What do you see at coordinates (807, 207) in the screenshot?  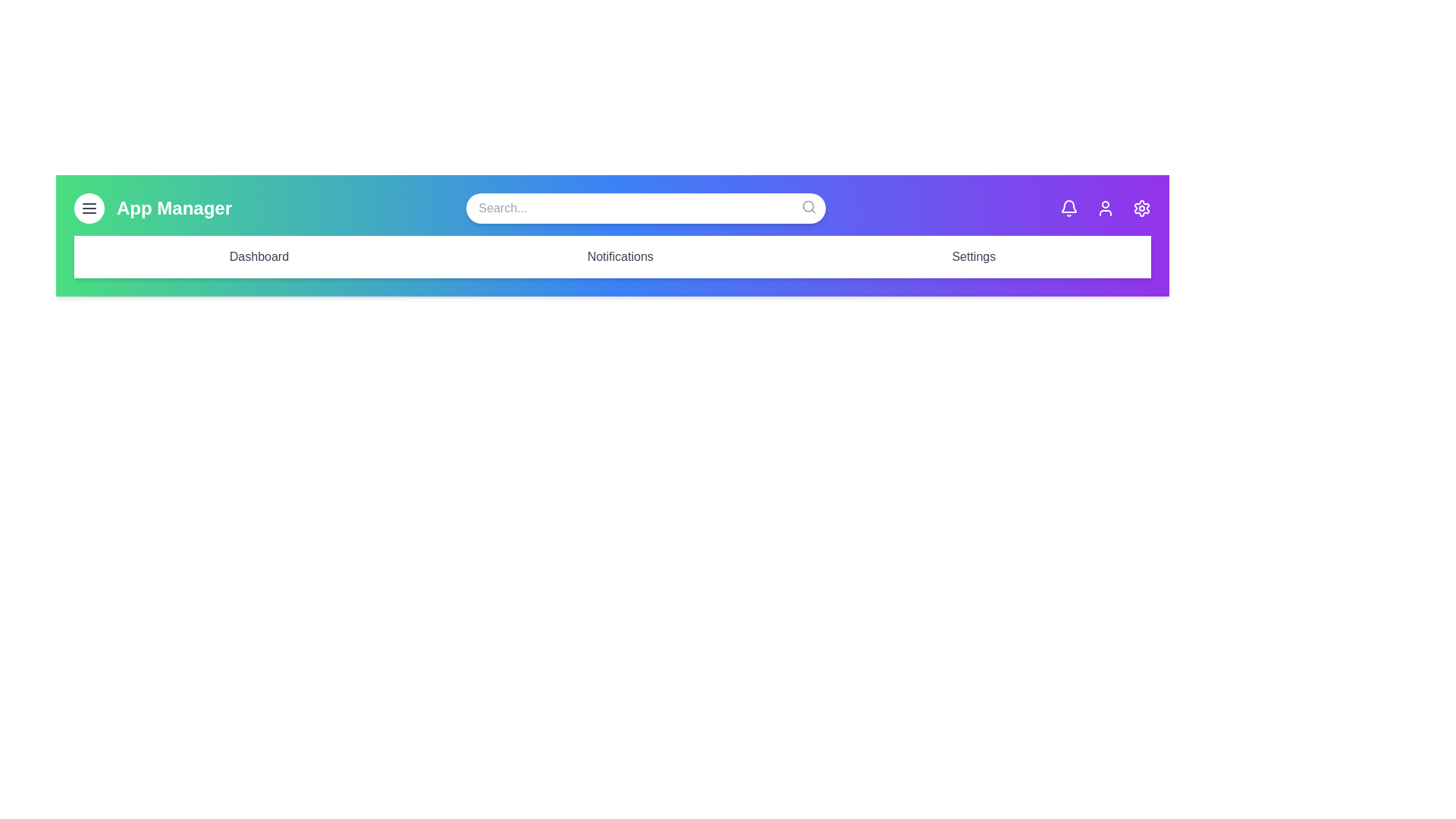 I see `the search icon to initiate a search` at bounding box center [807, 207].